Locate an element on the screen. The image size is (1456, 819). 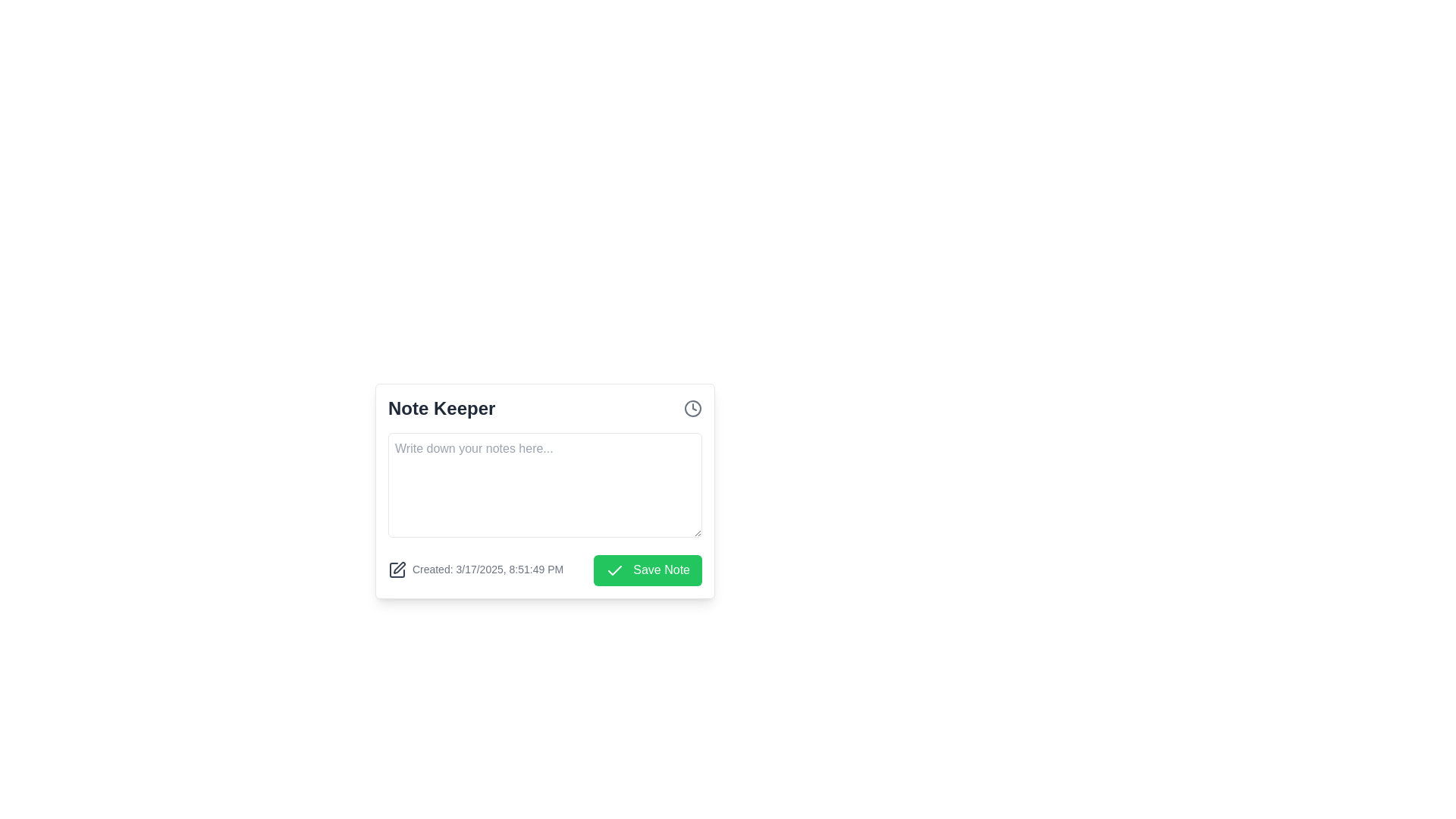
the SVG Circle Graphic element that serves as the circular outline of the clock icon in the top right corner of the 'Note Keeper' interface is located at coordinates (692, 408).